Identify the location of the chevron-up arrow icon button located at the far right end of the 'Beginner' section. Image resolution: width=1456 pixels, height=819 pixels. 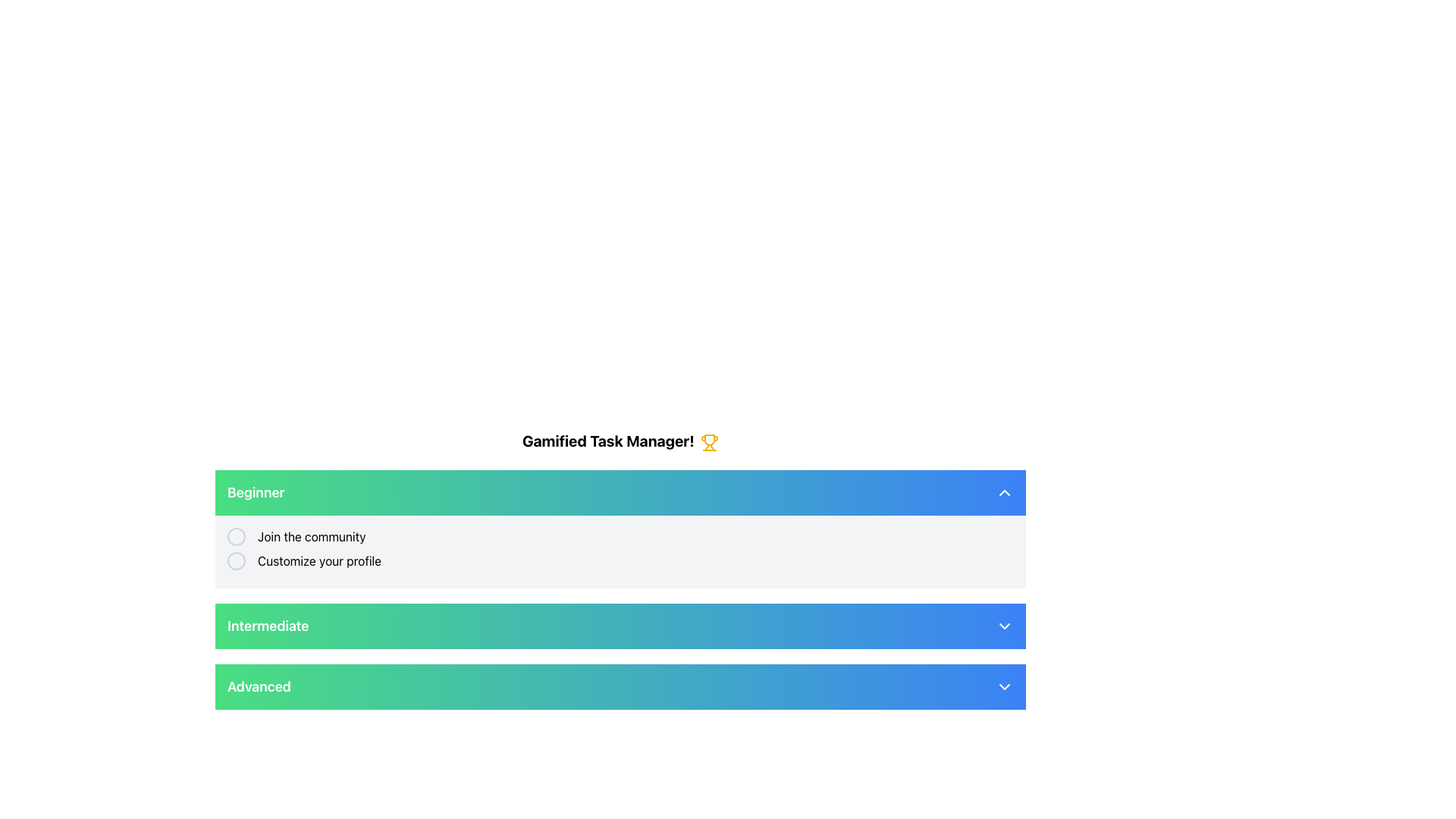
(1004, 493).